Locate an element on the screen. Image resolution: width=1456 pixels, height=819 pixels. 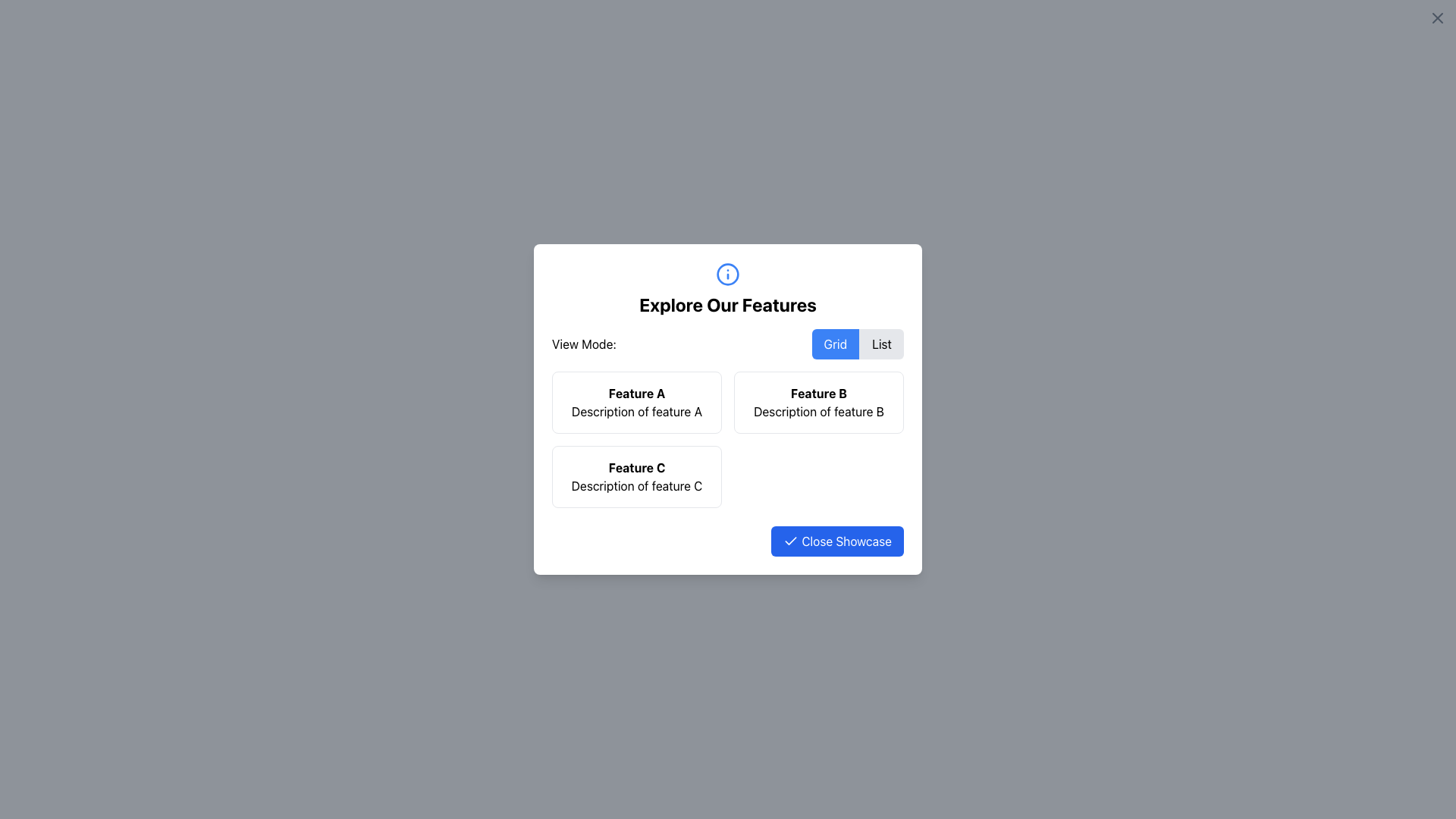
the small diagonal cross icon located at the top-right corner of the interface is located at coordinates (1437, 17).